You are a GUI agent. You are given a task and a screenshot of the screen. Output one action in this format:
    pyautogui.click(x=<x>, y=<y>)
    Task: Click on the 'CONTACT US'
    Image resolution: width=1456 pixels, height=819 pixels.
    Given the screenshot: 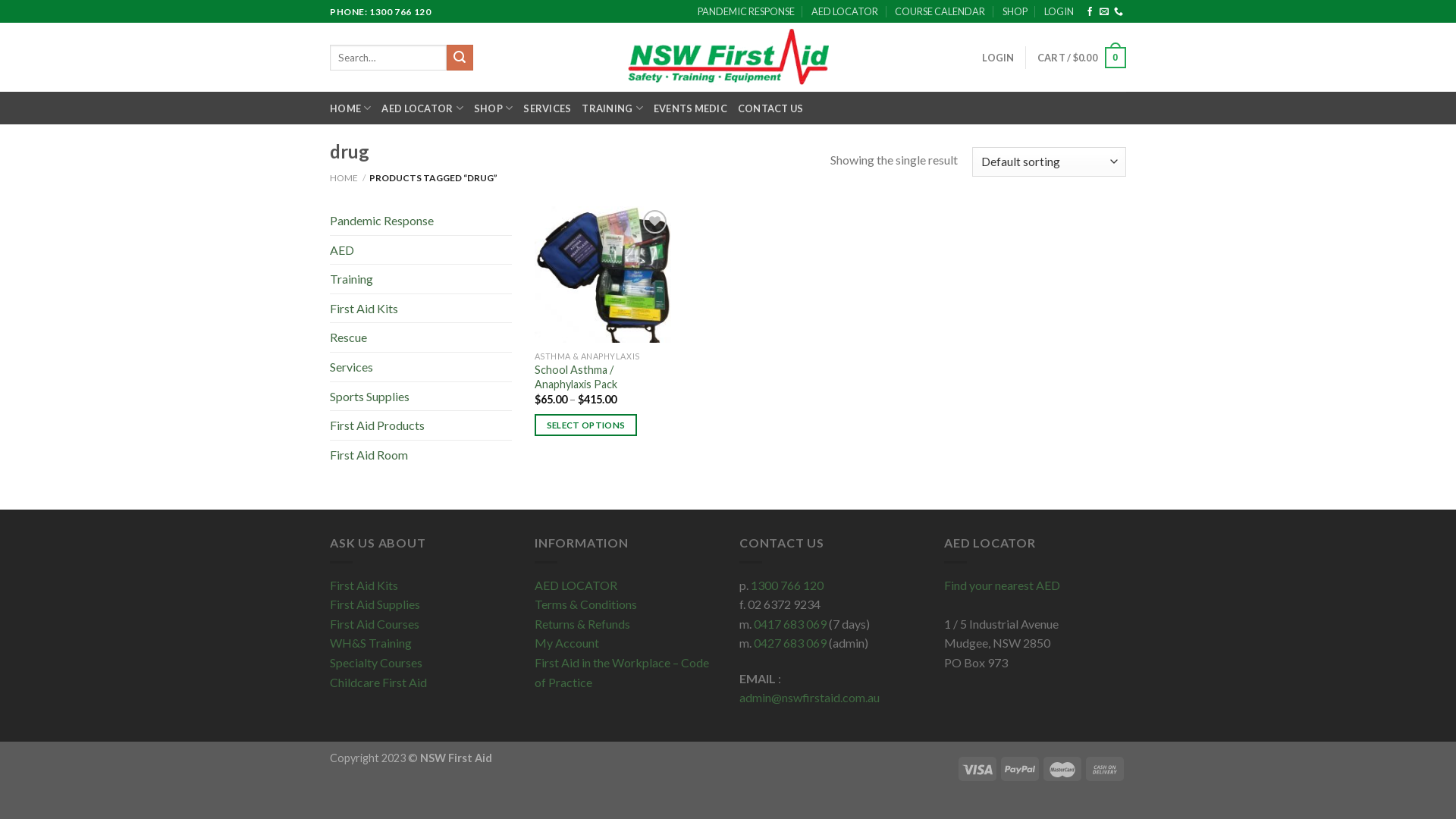 What is the action you would take?
    pyautogui.click(x=770, y=107)
    